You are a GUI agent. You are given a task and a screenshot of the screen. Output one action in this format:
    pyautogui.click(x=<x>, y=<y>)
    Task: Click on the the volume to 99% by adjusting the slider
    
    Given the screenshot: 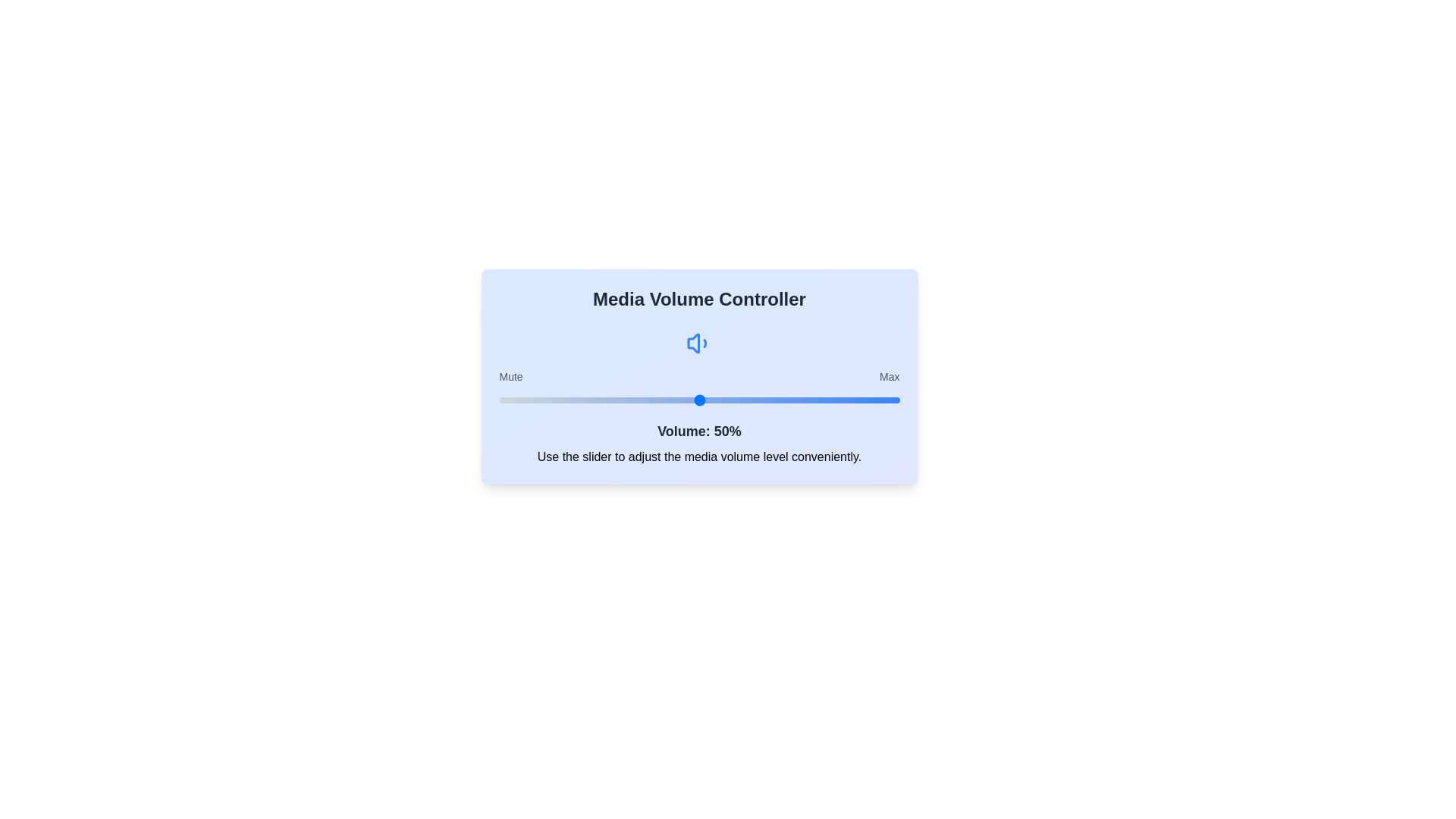 What is the action you would take?
    pyautogui.click(x=896, y=400)
    